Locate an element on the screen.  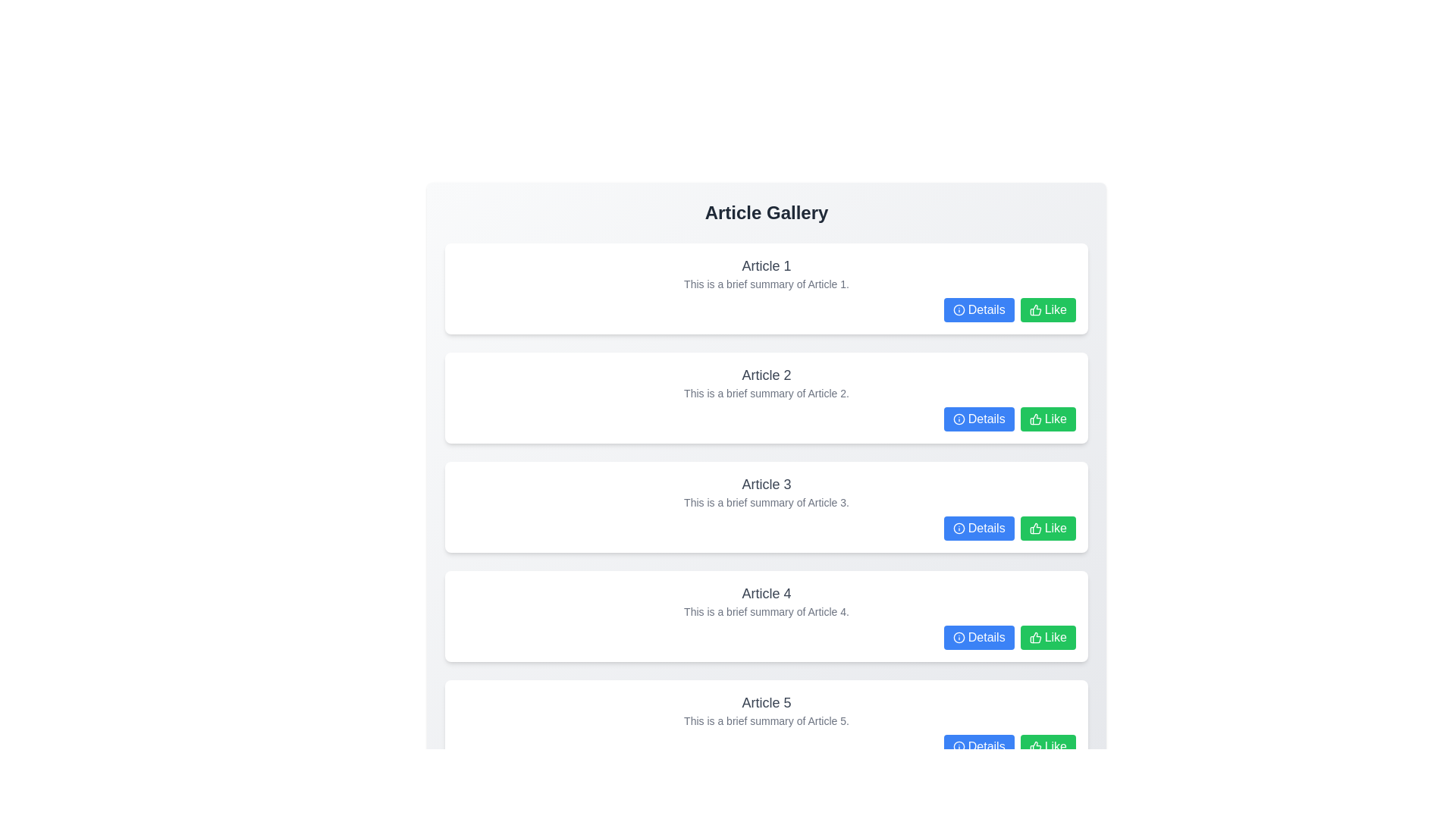
the first button in the rightmost section of the bottom-most row in the vertical list of cards is located at coordinates (979, 745).